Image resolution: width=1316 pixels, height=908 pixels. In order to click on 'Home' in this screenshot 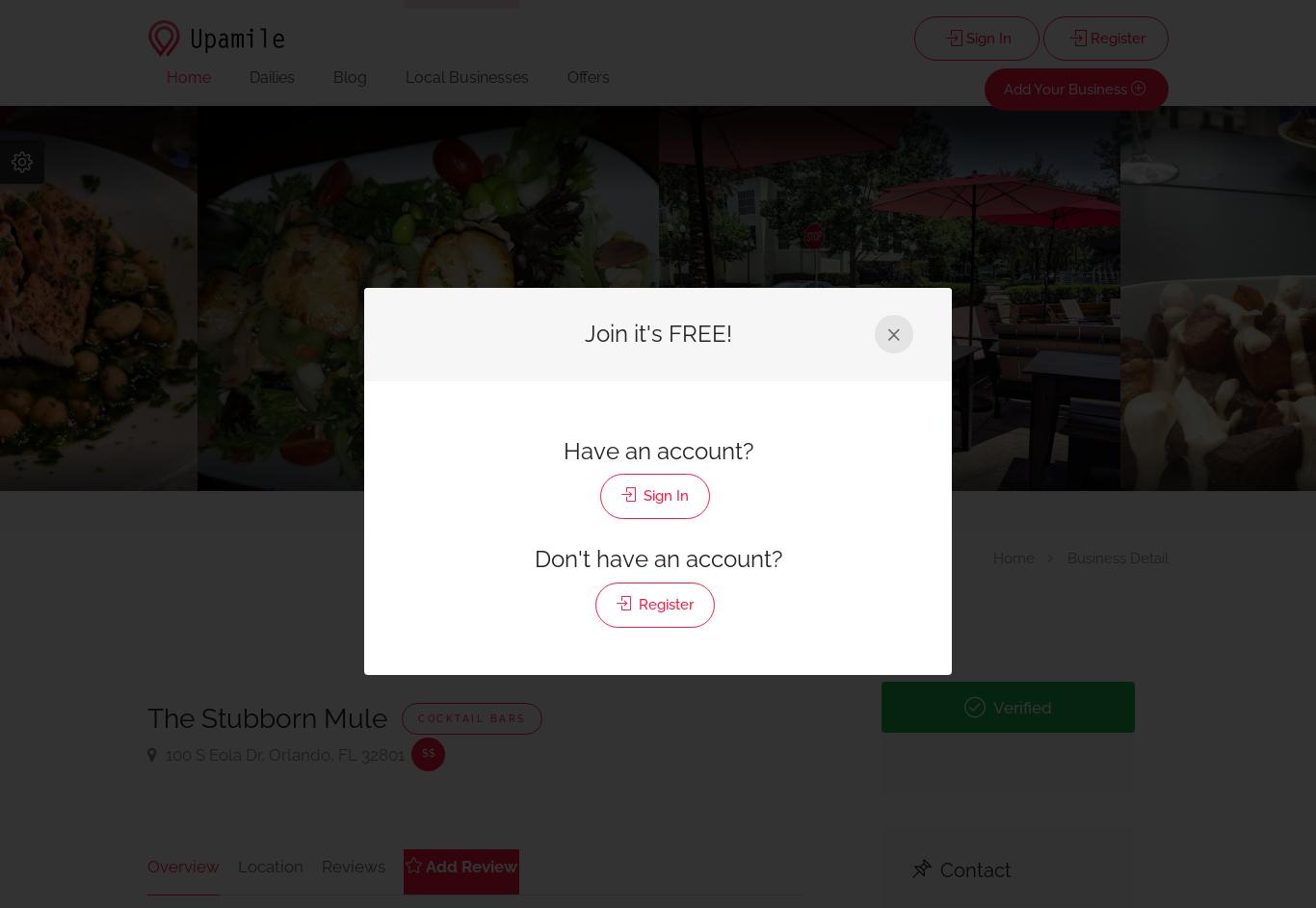, I will do `click(188, 75)`.